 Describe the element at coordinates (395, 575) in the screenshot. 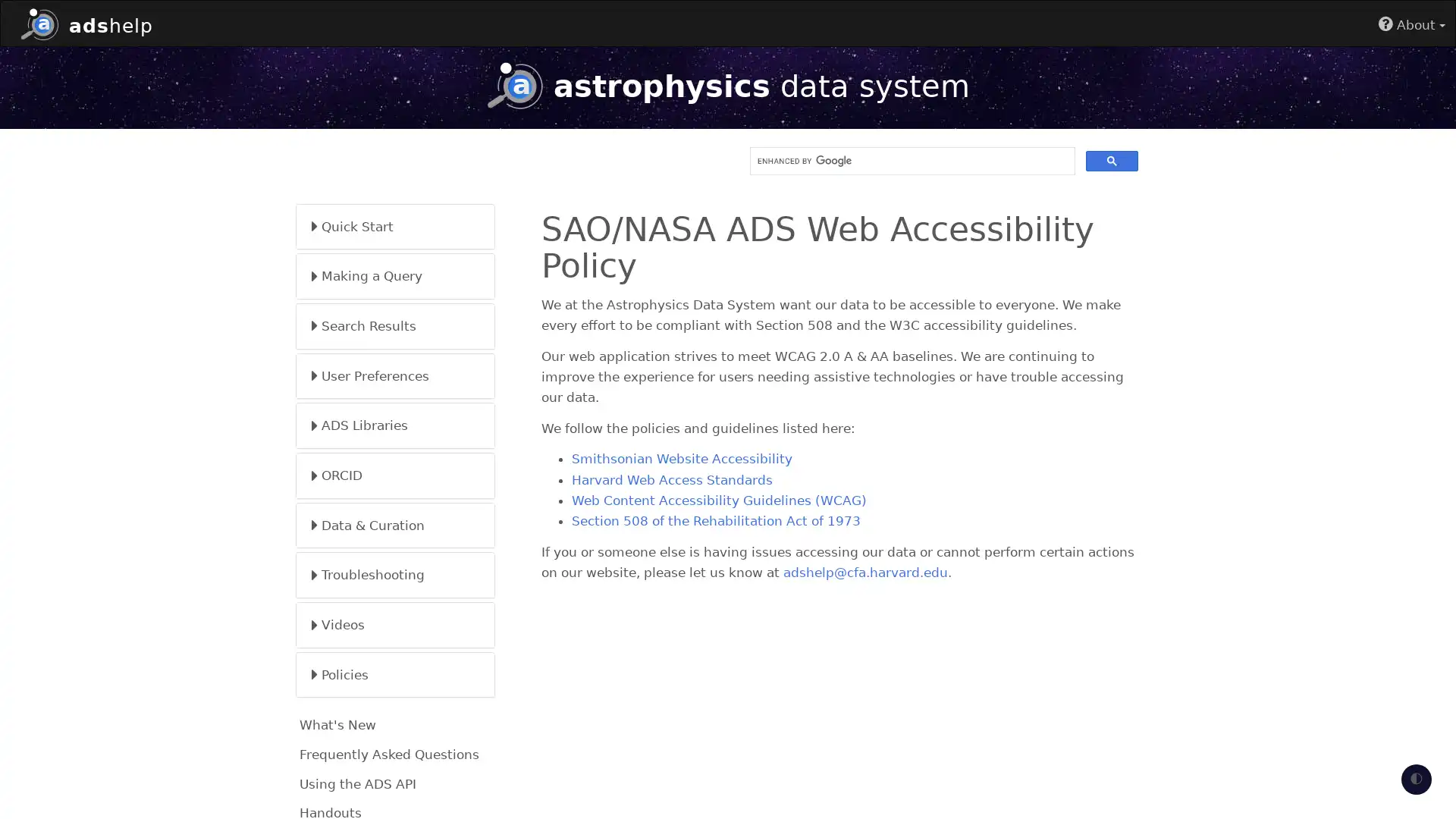

I see `Troubleshooting` at that location.